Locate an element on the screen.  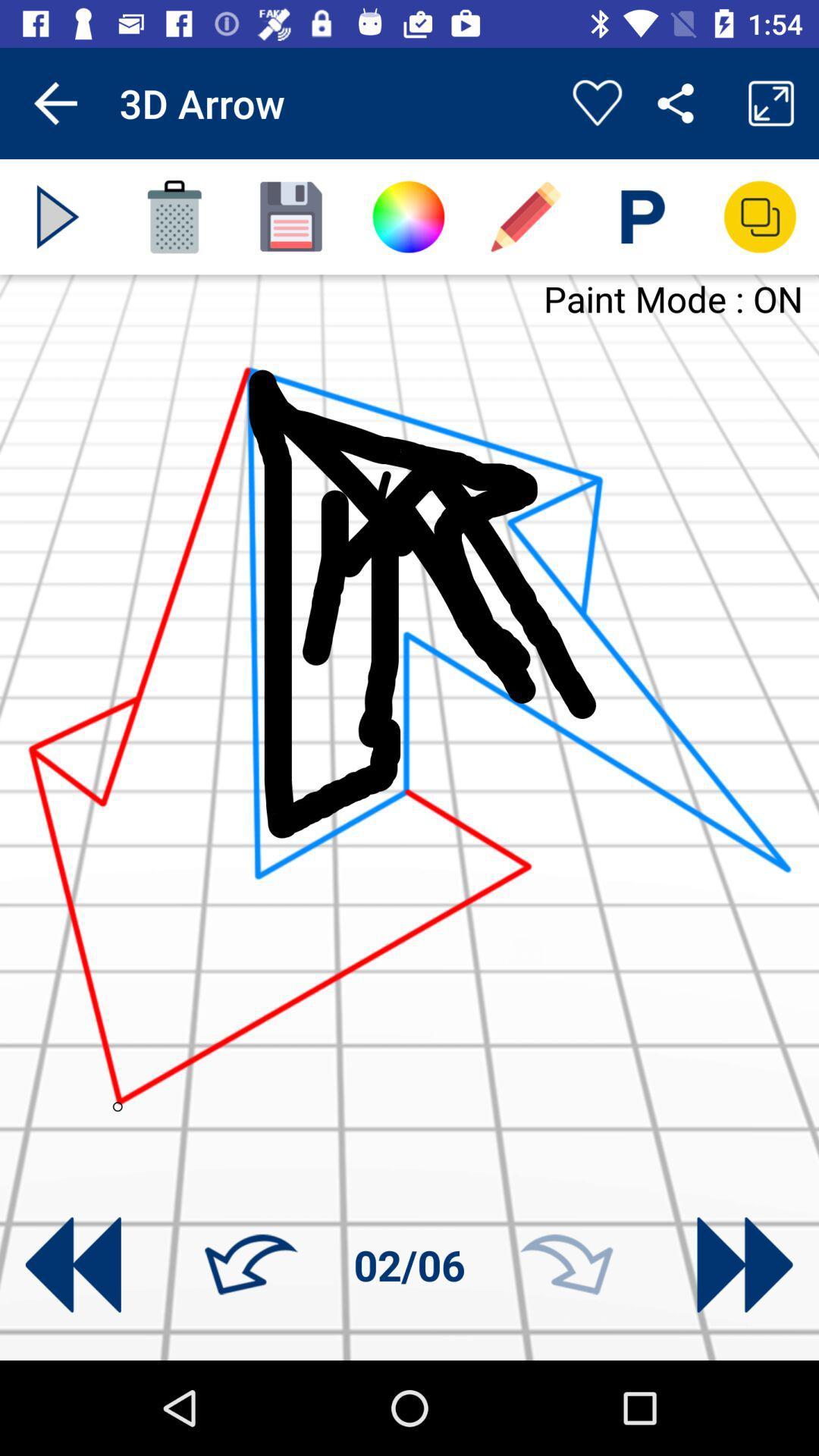
recycle bin is located at coordinates (174, 216).